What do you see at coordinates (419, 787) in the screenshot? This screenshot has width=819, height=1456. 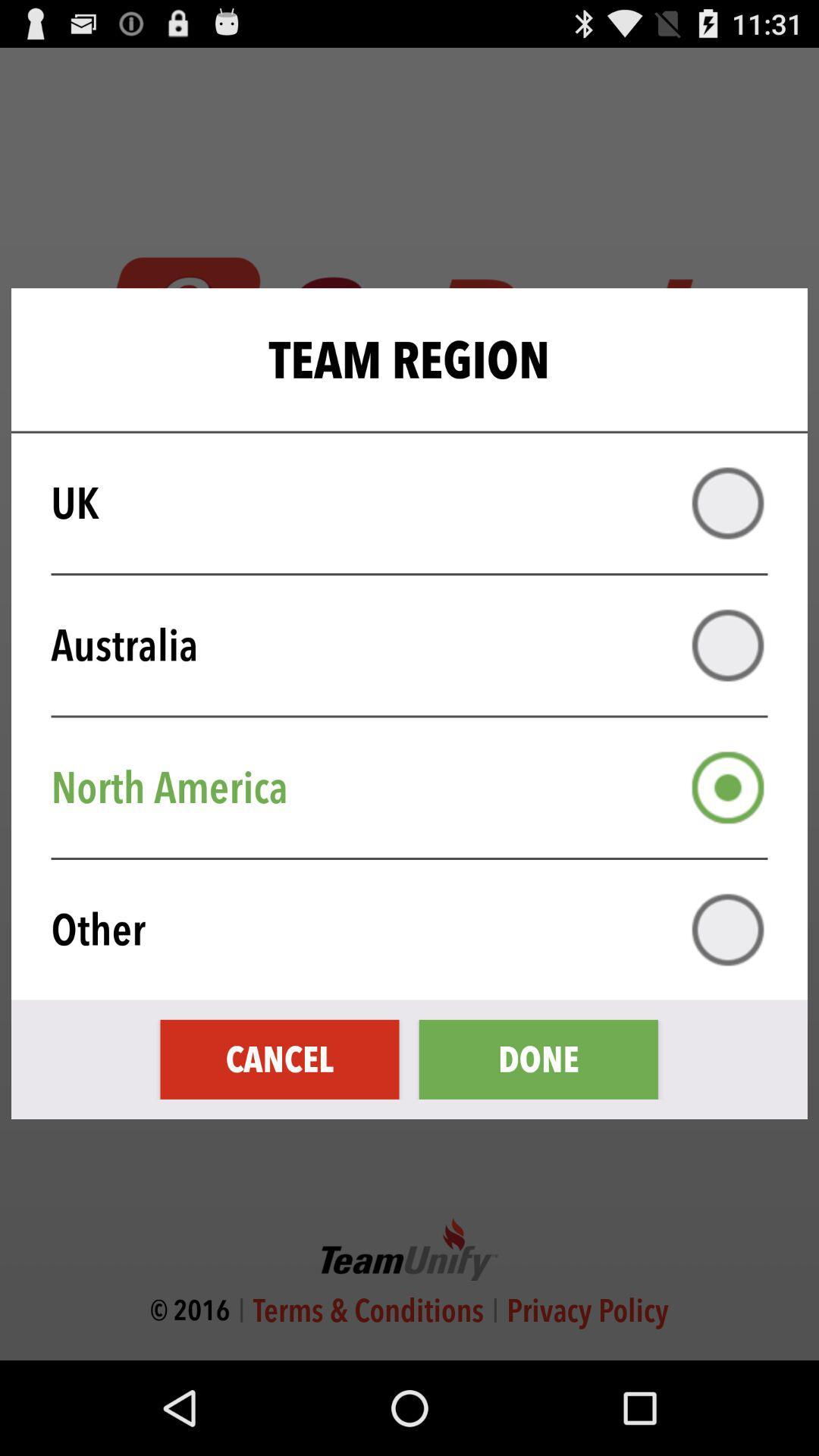 I see `north america item` at bounding box center [419, 787].